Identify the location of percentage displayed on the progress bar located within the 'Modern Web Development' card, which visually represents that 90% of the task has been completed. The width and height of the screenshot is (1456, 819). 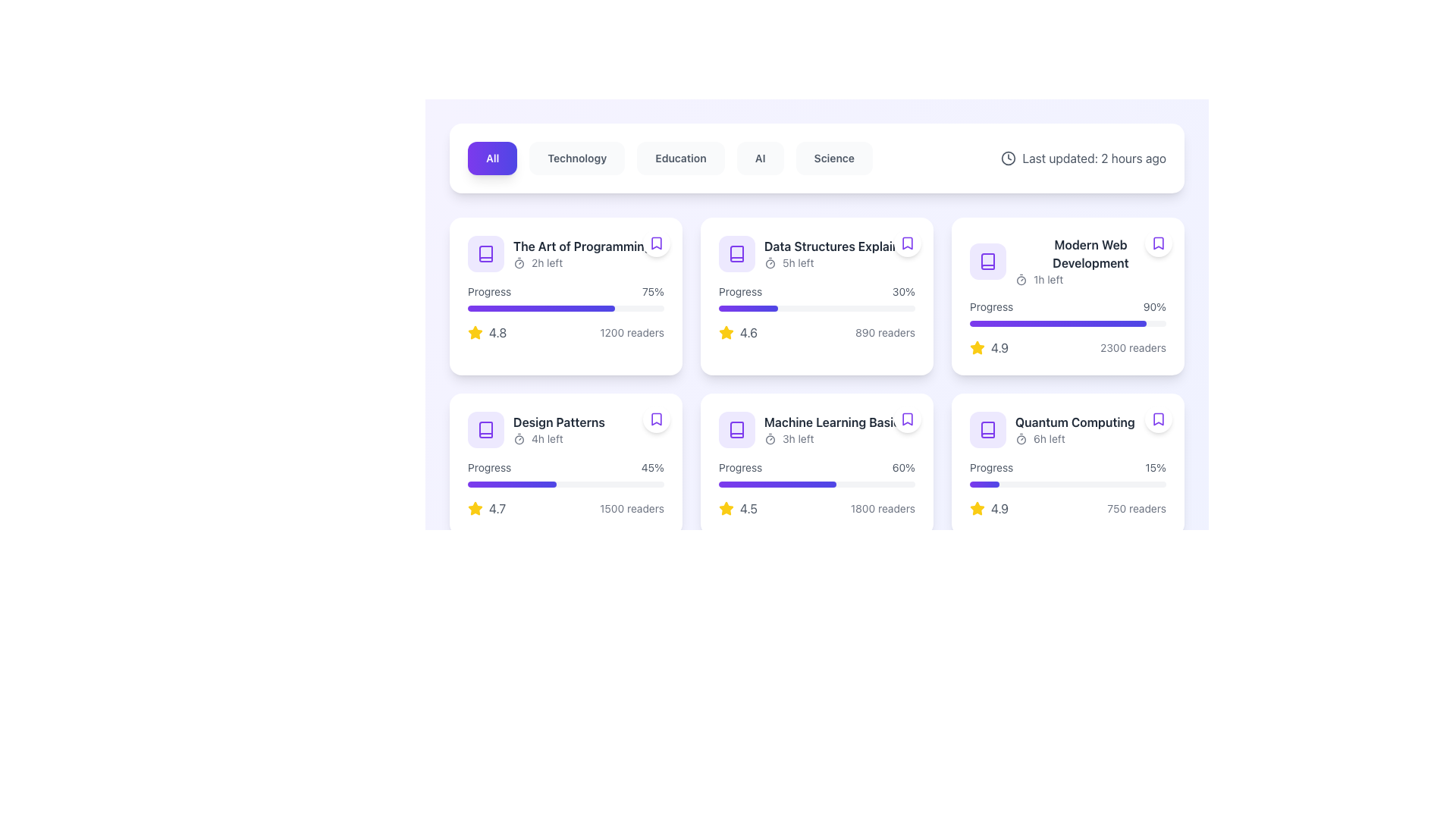
(1067, 312).